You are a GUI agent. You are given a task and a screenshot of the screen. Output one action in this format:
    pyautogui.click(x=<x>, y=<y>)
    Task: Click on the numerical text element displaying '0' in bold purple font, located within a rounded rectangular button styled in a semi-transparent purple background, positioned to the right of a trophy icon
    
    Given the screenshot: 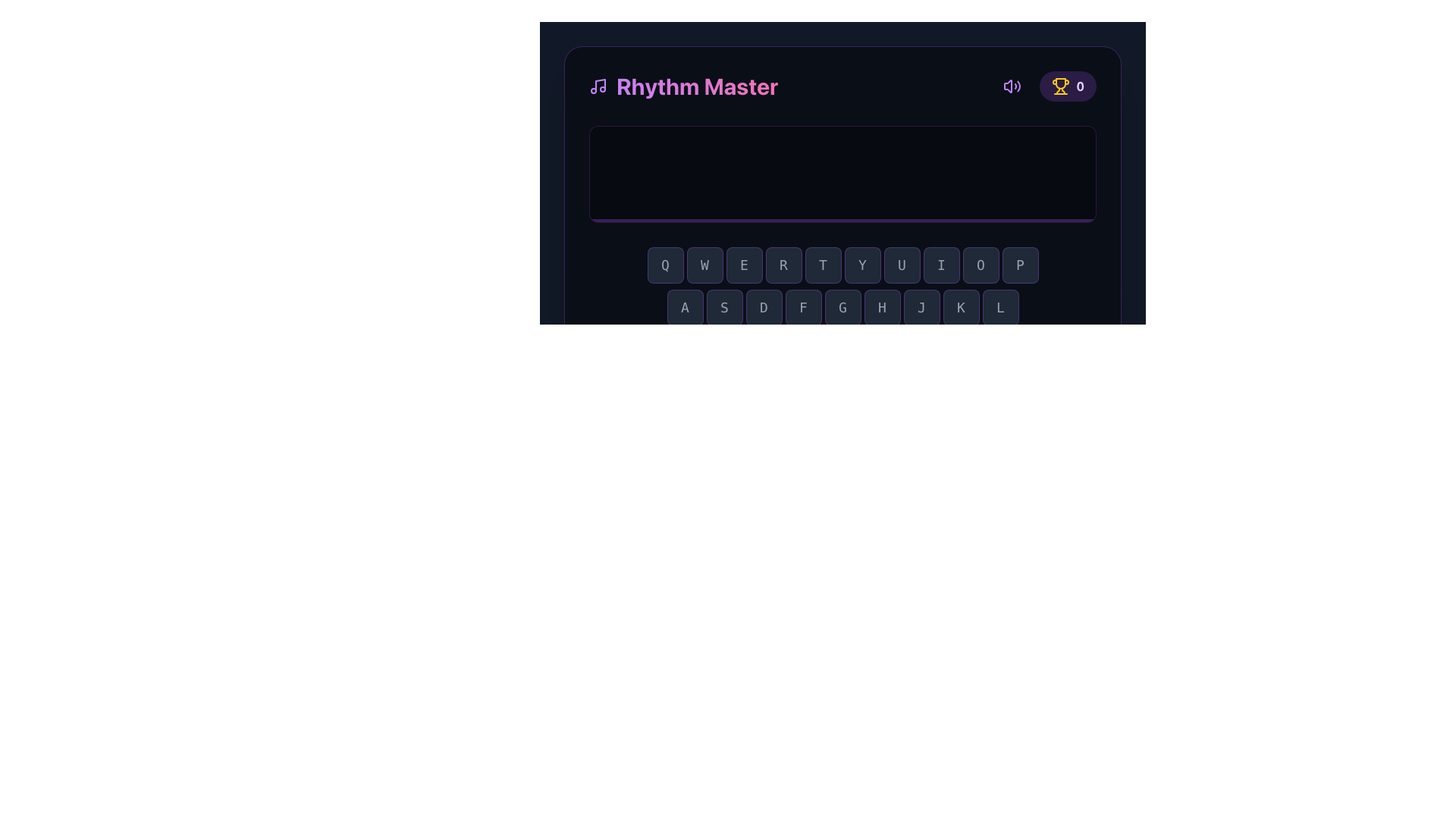 What is the action you would take?
    pyautogui.click(x=1079, y=86)
    